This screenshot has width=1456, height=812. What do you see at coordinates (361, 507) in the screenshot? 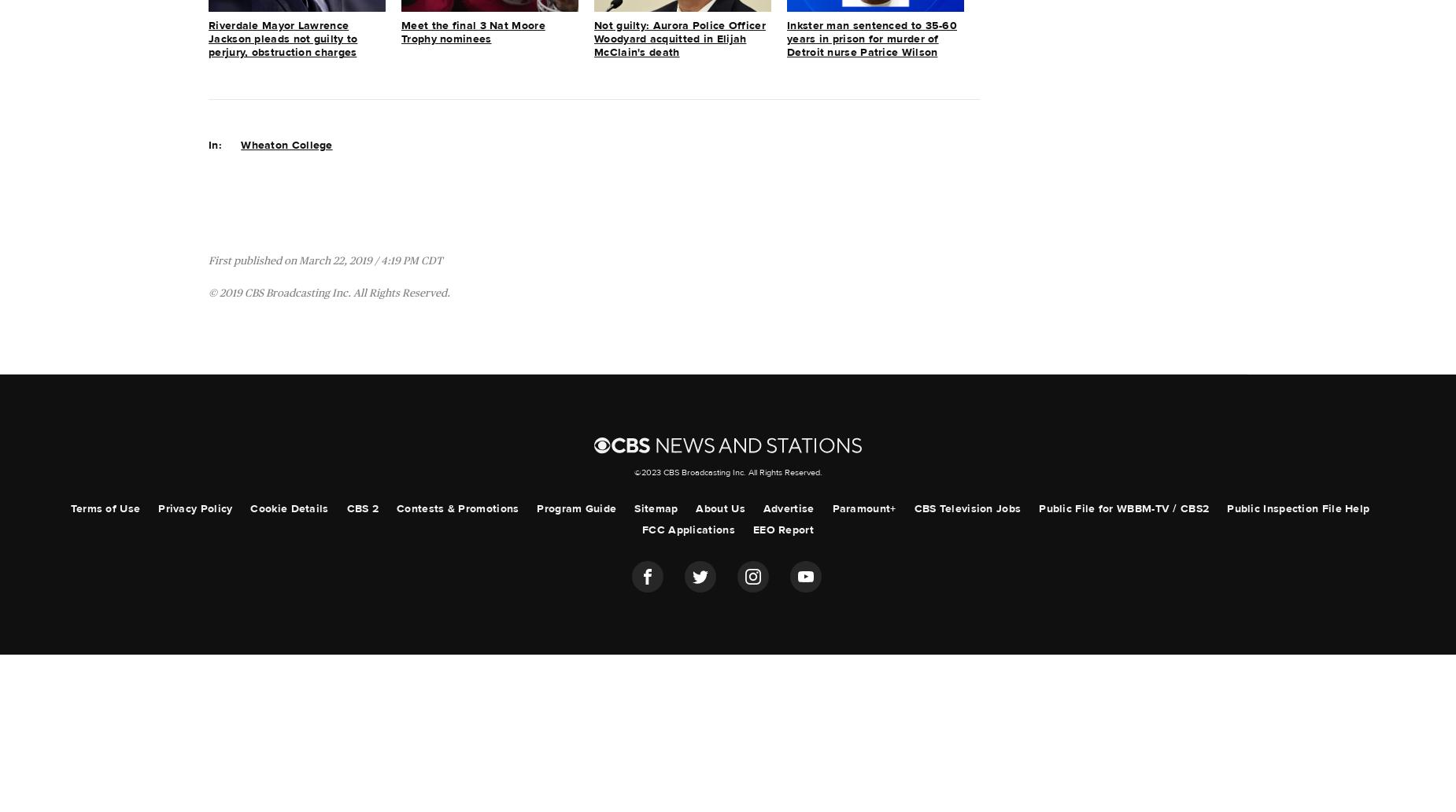
I see `'CBS 2'` at bounding box center [361, 507].